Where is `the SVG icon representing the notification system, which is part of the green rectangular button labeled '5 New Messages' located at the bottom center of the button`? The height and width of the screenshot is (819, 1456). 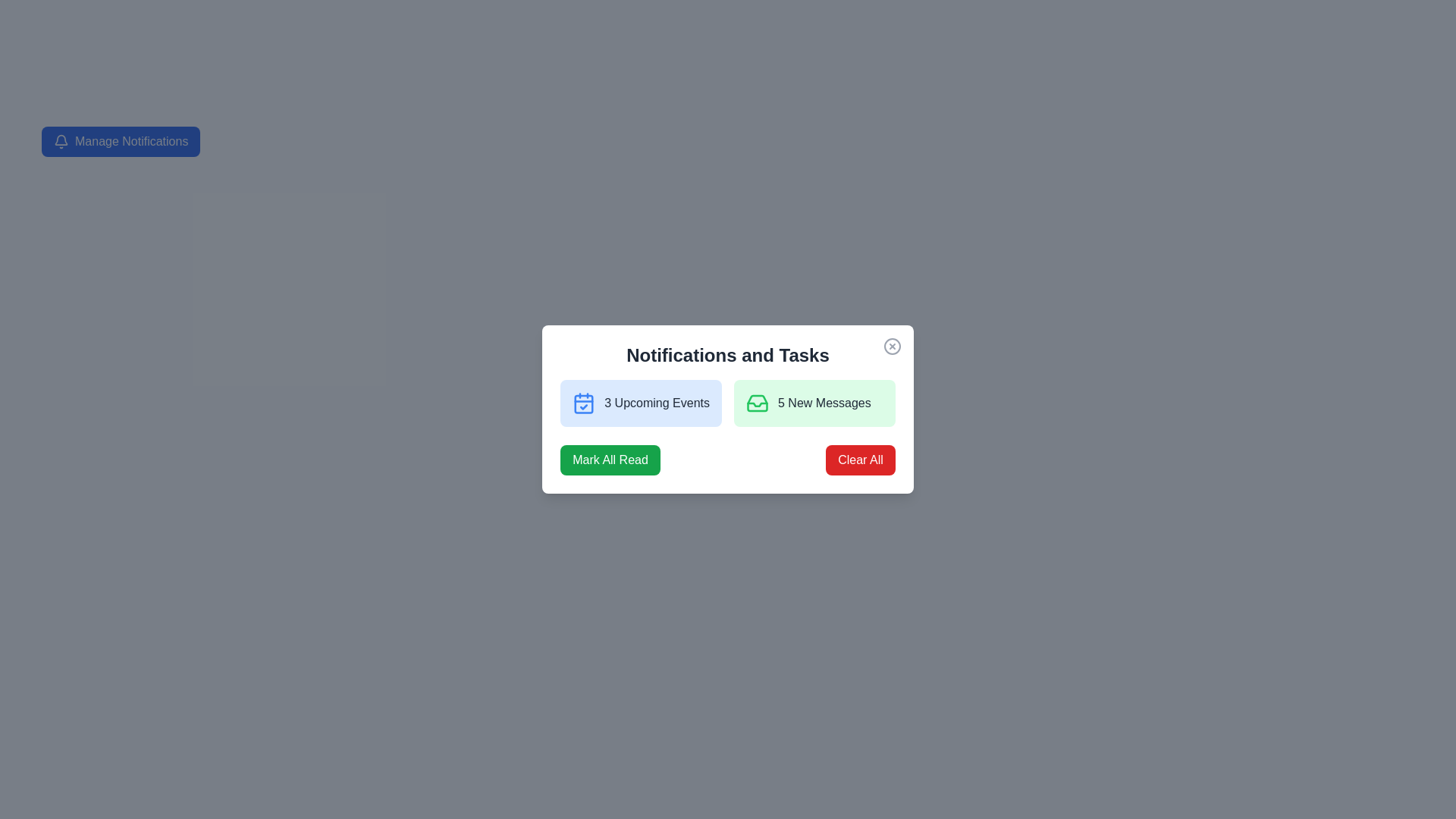
the SVG icon representing the notification system, which is part of the green rectangular button labeled '5 New Messages' located at the bottom center of the button is located at coordinates (757, 403).